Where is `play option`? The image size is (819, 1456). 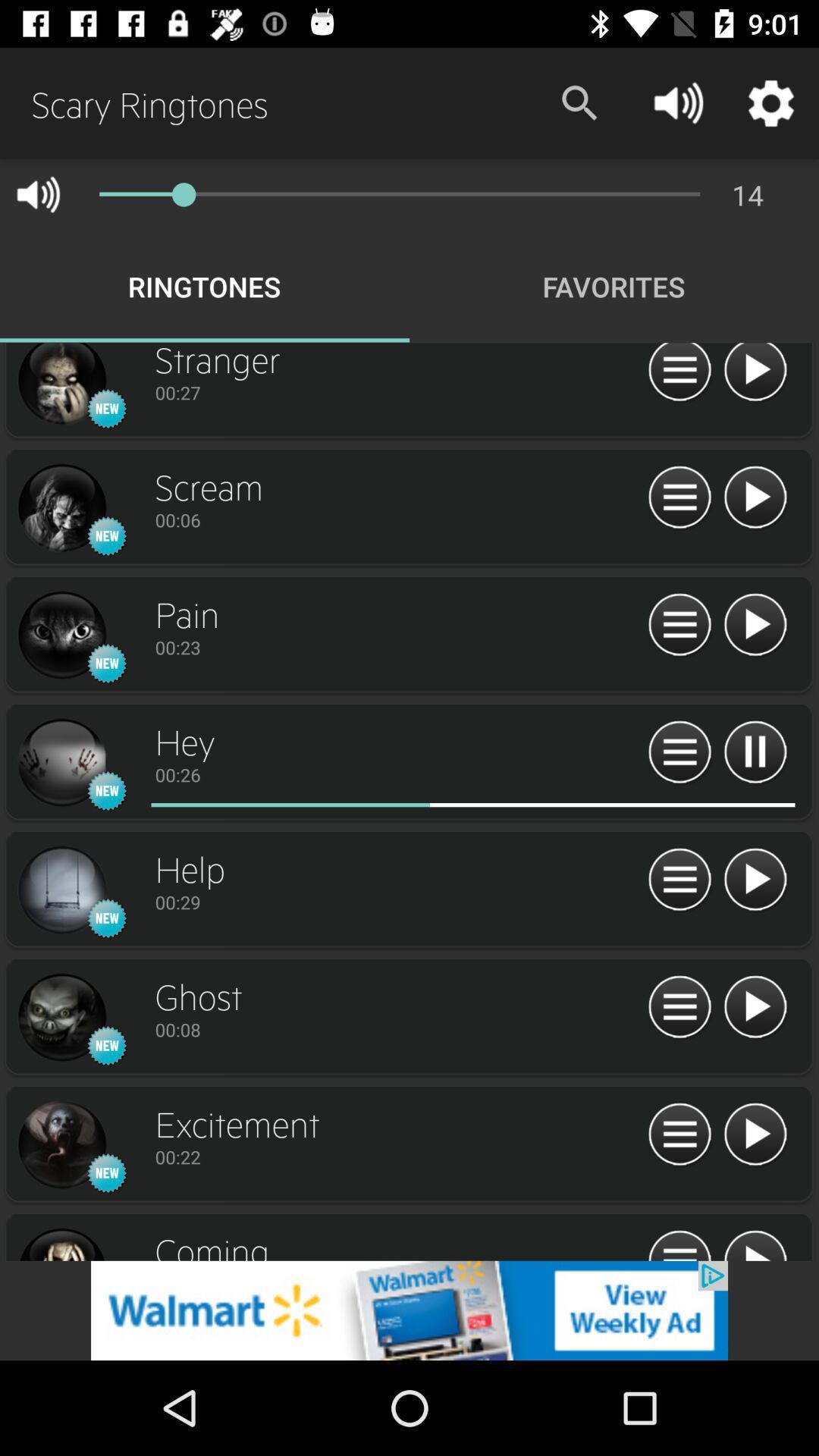
play option is located at coordinates (755, 1008).